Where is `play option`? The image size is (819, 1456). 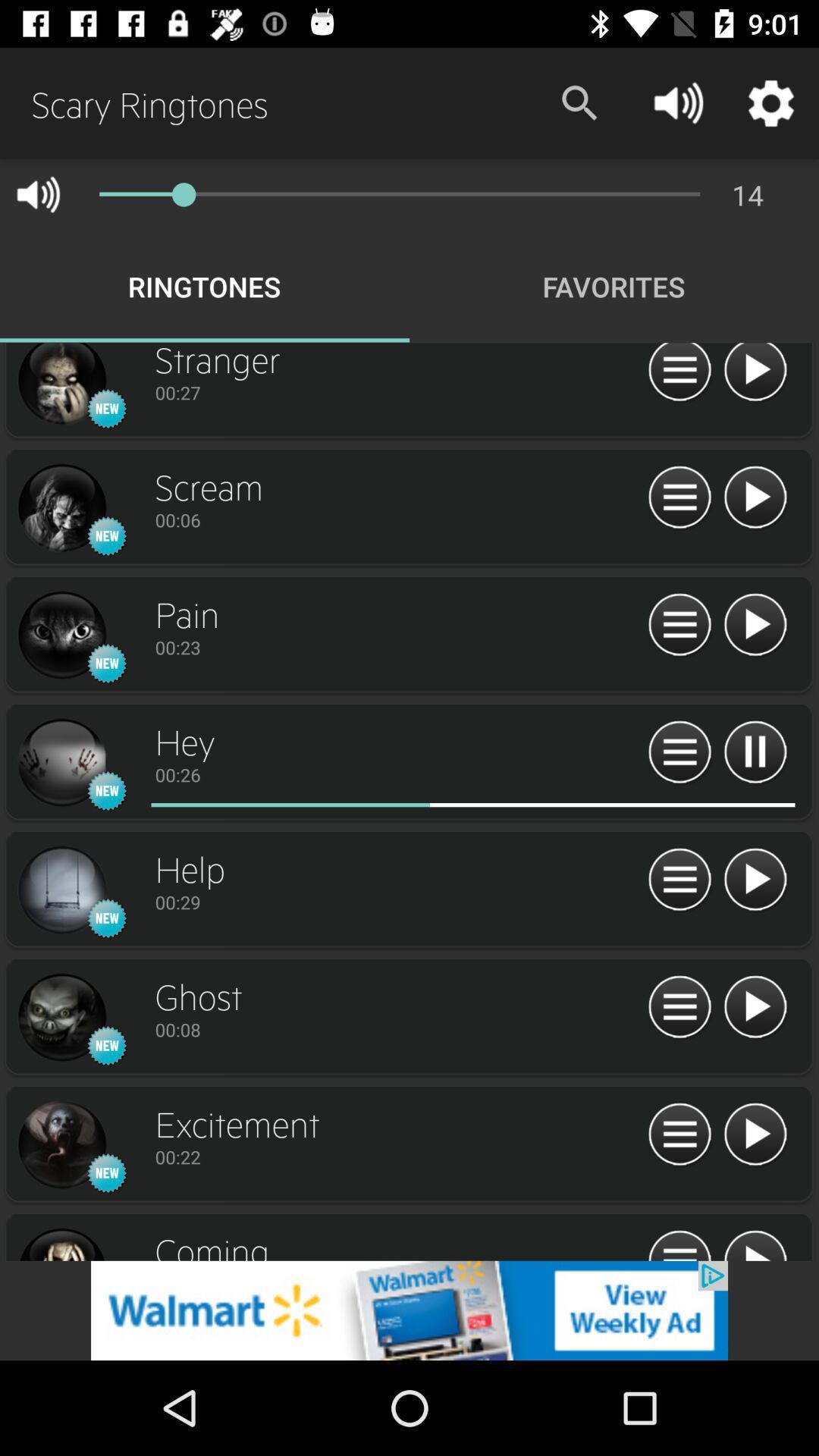
play option is located at coordinates (755, 1008).